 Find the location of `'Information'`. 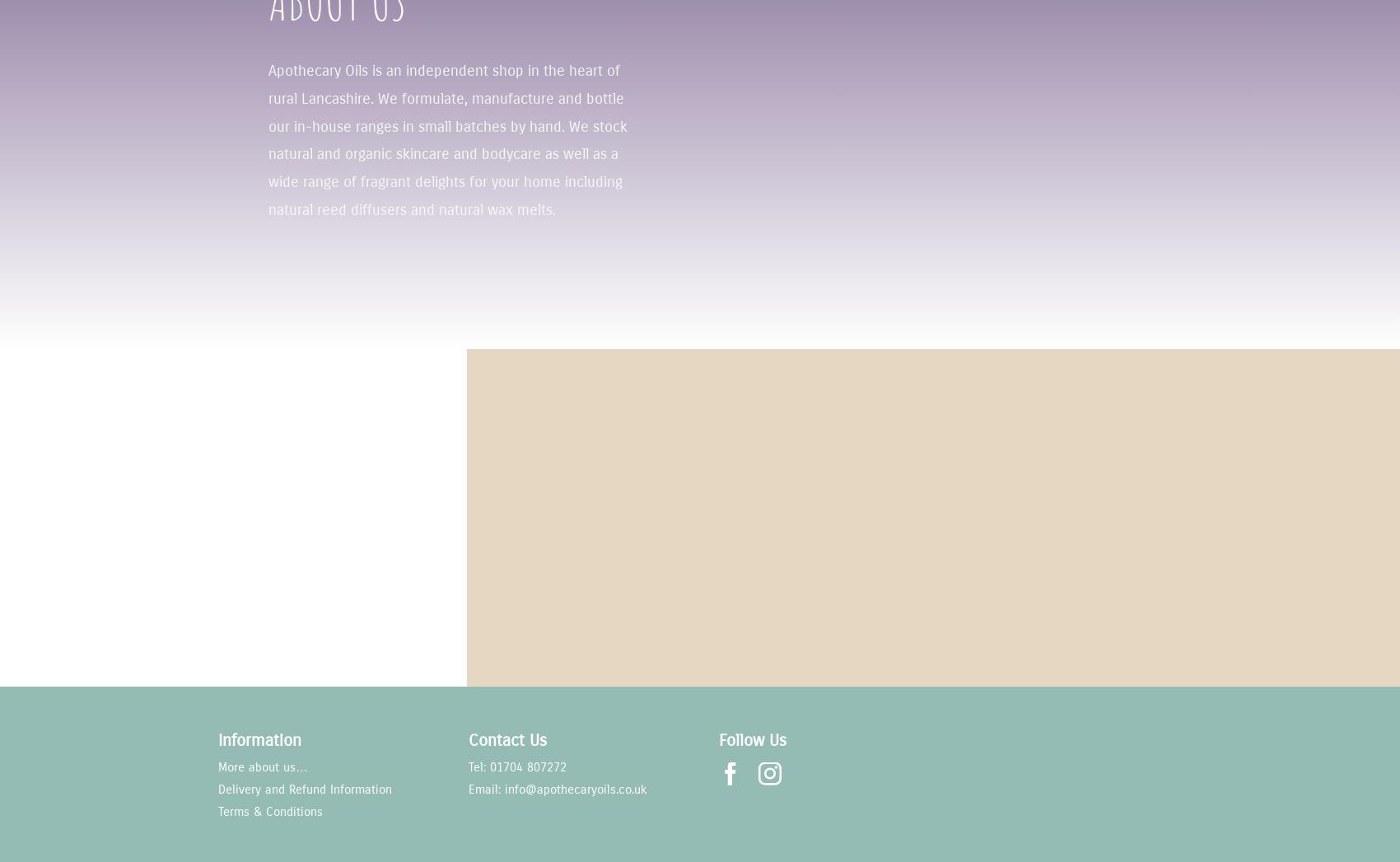

'Information' is located at coordinates (259, 739).